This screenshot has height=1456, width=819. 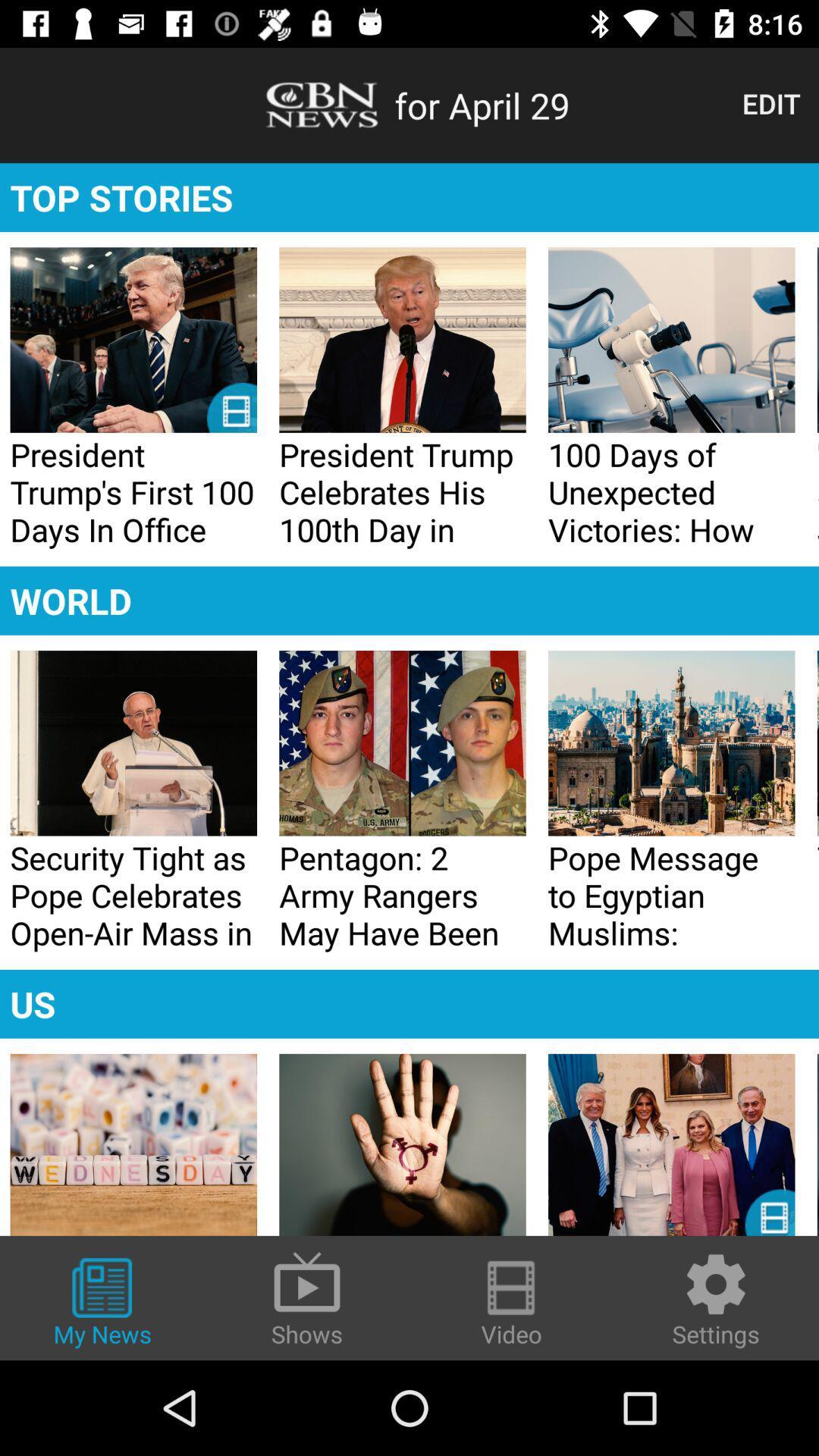 What do you see at coordinates (771, 102) in the screenshot?
I see `the item next to the  for april 29` at bounding box center [771, 102].